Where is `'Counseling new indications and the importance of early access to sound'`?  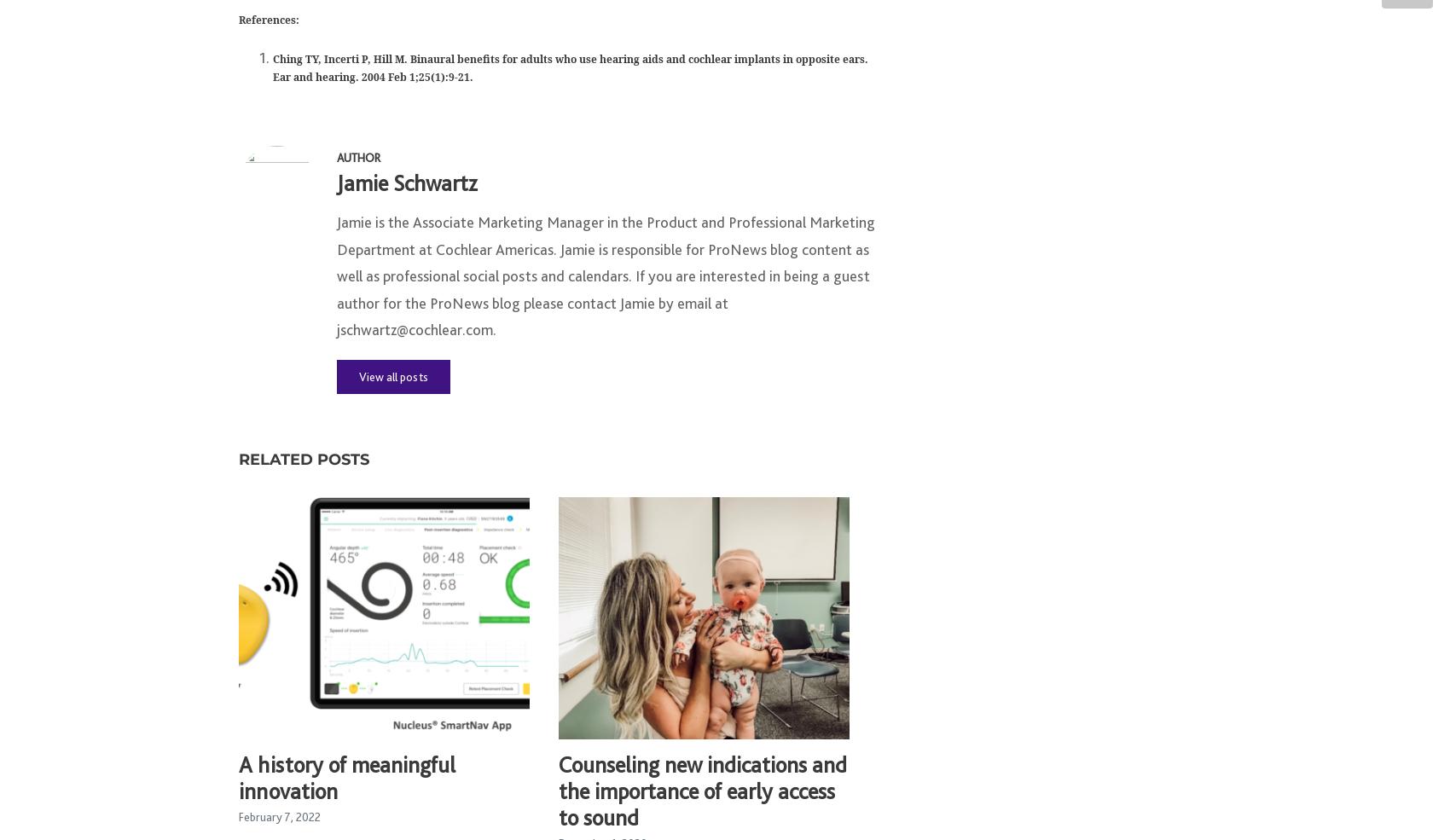 'Counseling new indications and the importance of early access to sound' is located at coordinates (559, 799).